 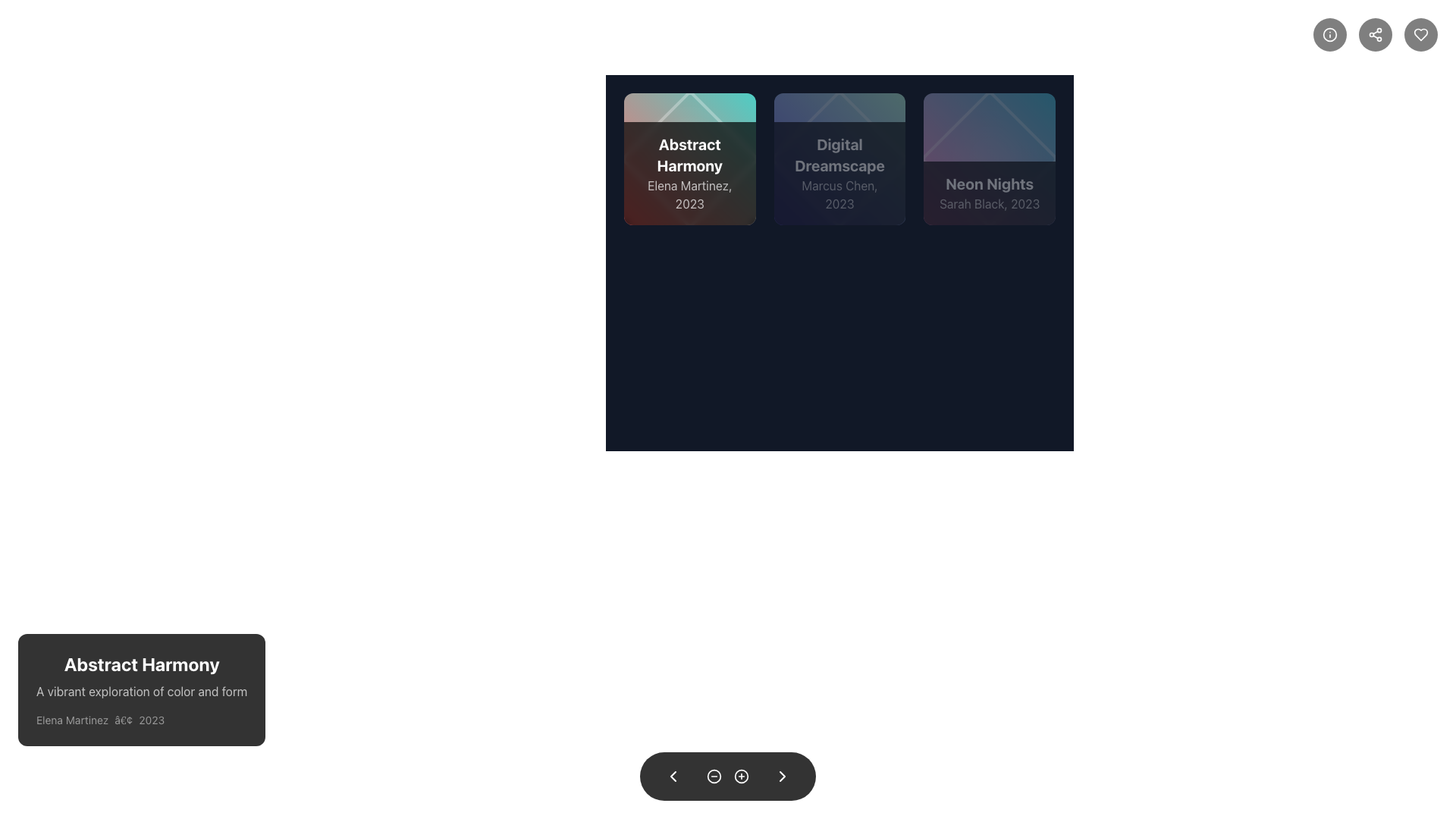 I want to click on the 'Neon Nights' text label, which features bold white text and is positioned at the bottom of a card in a dark-themed section, so click(x=990, y=192).